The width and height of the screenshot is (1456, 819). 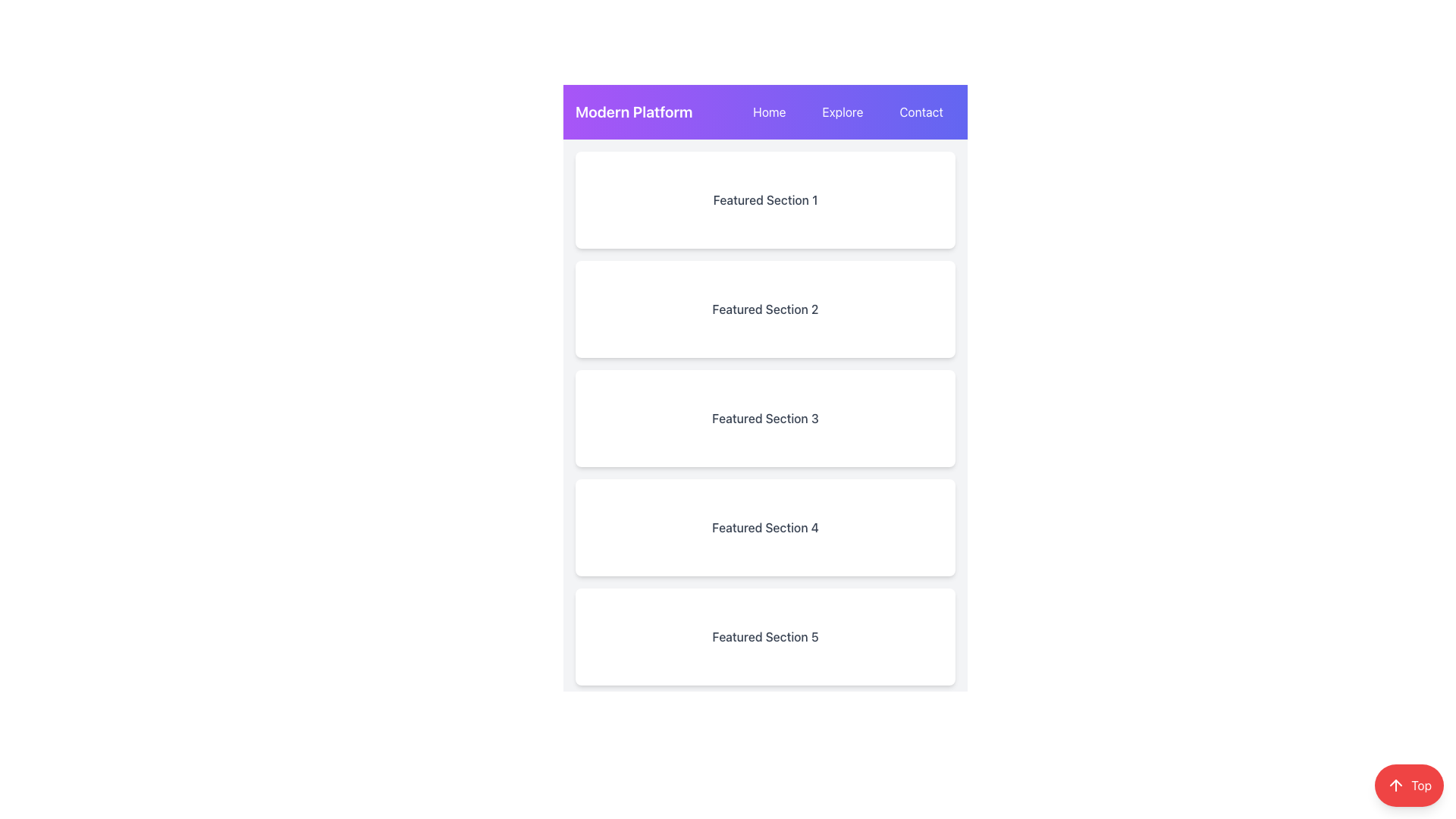 What do you see at coordinates (842, 111) in the screenshot?
I see `the 'Explore' button, which is the second button in a horizontal group of three within the purple header bar` at bounding box center [842, 111].